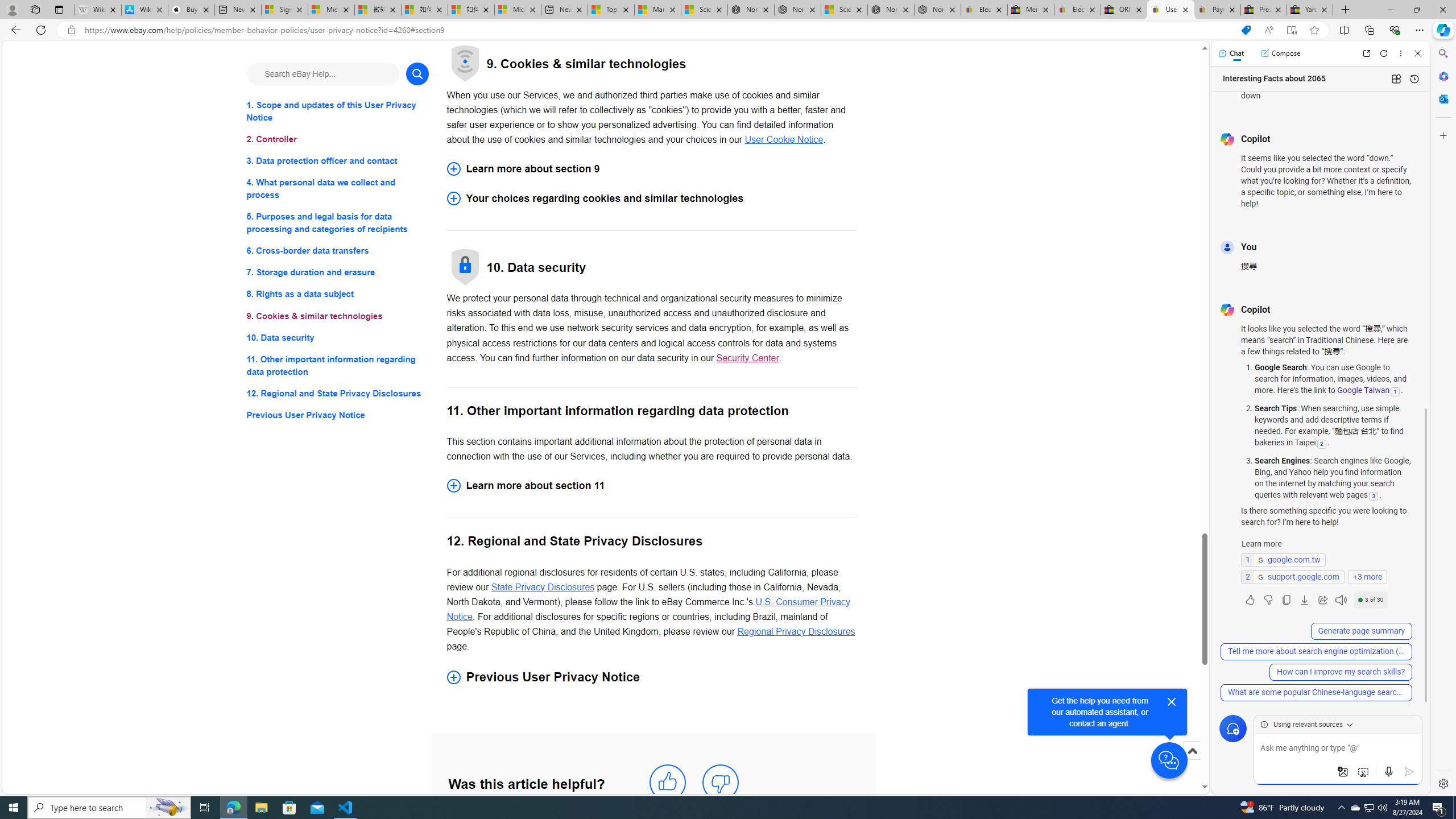  Describe the element at coordinates (337, 161) in the screenshot. I see `'3. Data protection officer and contact'` at that location.